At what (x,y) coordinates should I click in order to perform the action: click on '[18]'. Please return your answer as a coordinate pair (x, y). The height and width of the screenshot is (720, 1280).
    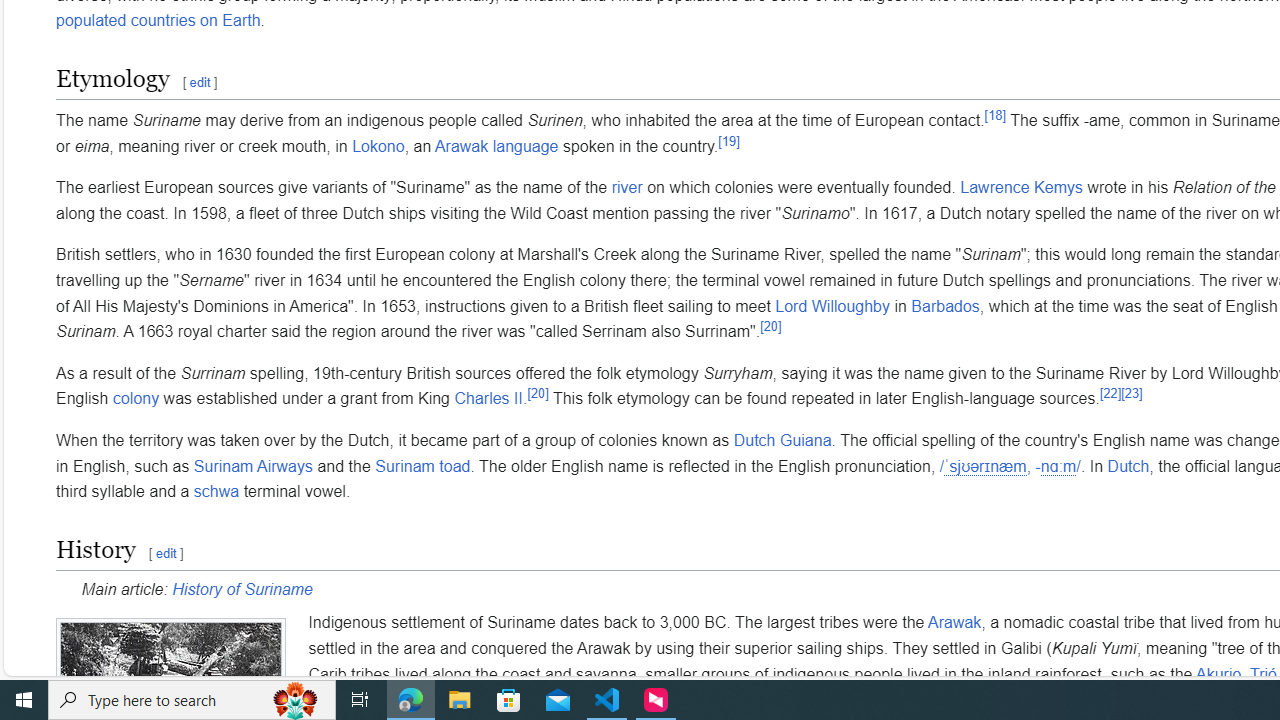
    Looking at the image, I should click on (995, 115).